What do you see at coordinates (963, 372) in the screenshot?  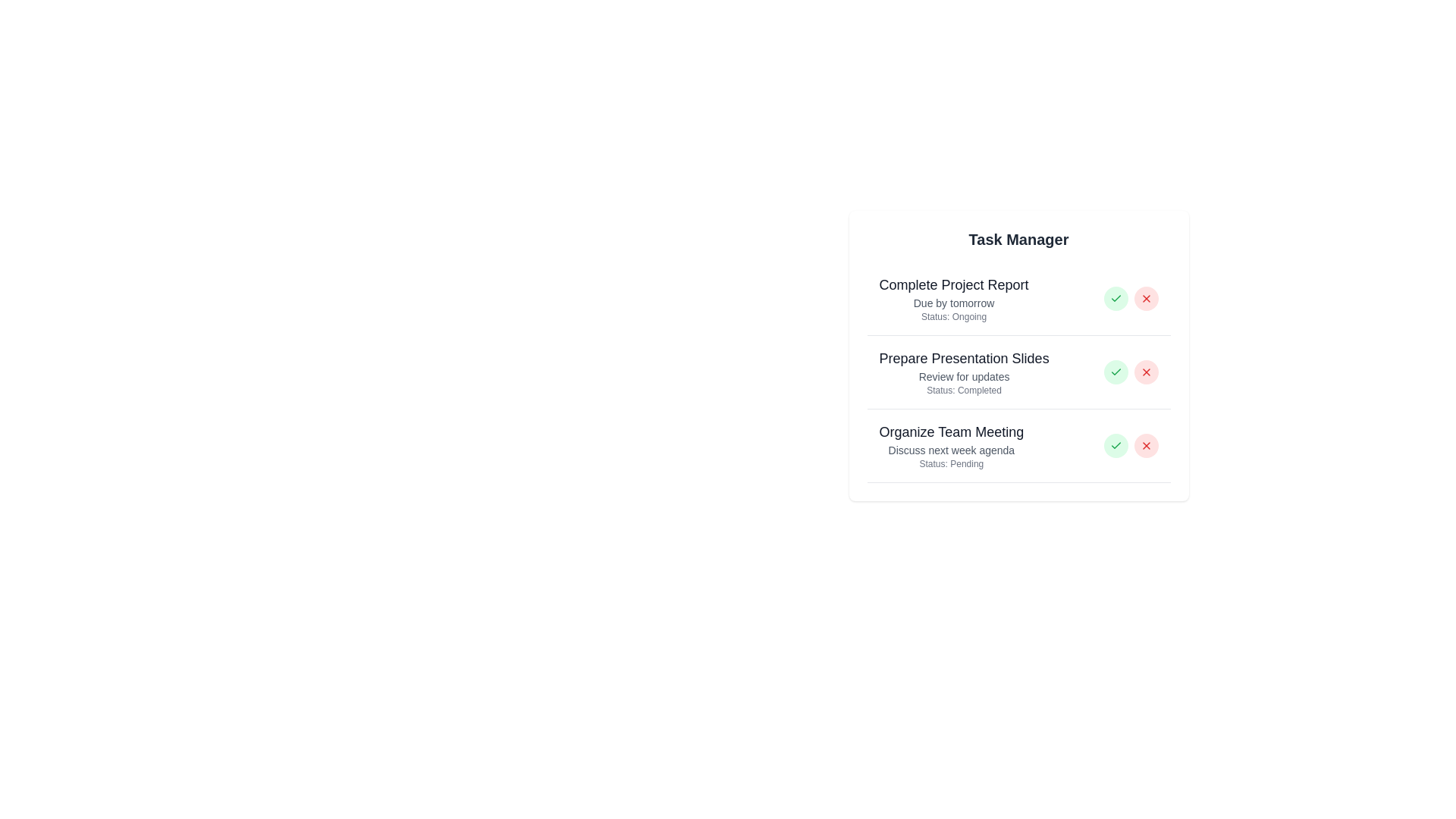 I see `information displayed in the Textual Content Block titled 'Prepare Presentation Slides', which includes the subtitle 'Review for updates' and the status 'Status: Completed'` at bounding box center [963, 372].